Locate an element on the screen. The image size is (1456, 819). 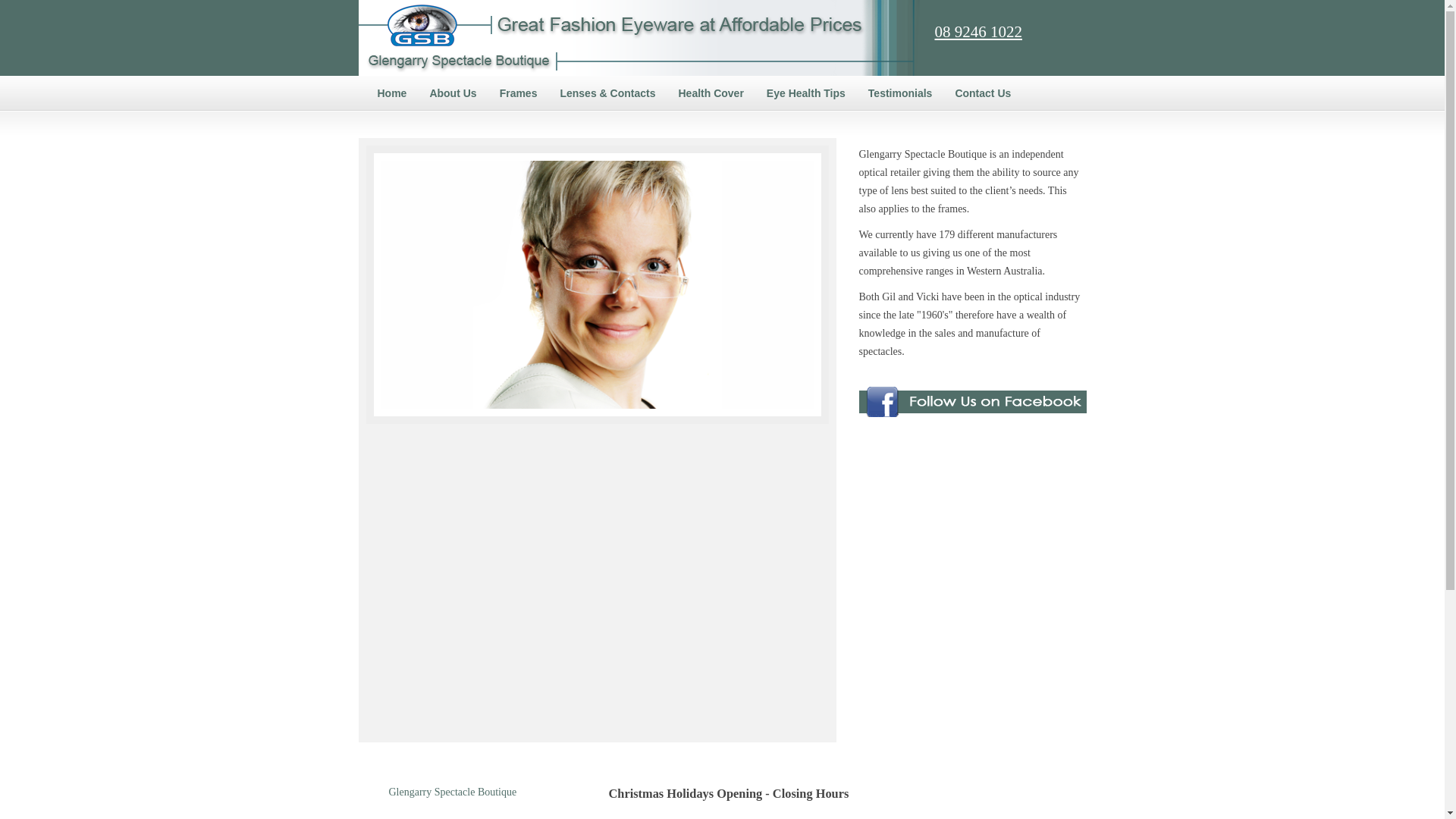
'Lenses & Contacts' is located at coordinates (607, 93).